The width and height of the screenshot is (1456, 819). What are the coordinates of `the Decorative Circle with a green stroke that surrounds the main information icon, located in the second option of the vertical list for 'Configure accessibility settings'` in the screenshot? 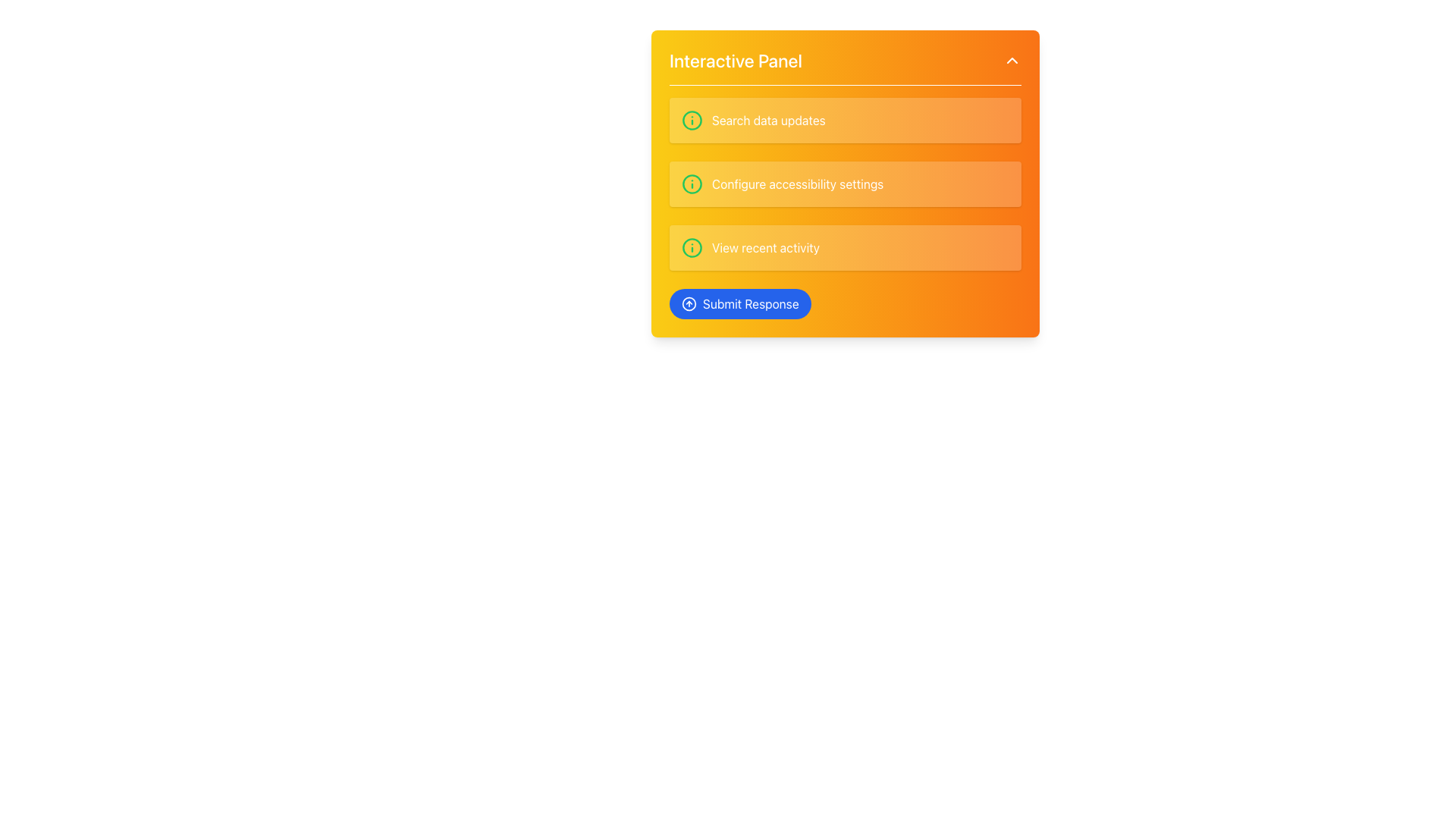 It's located at (691, 184).